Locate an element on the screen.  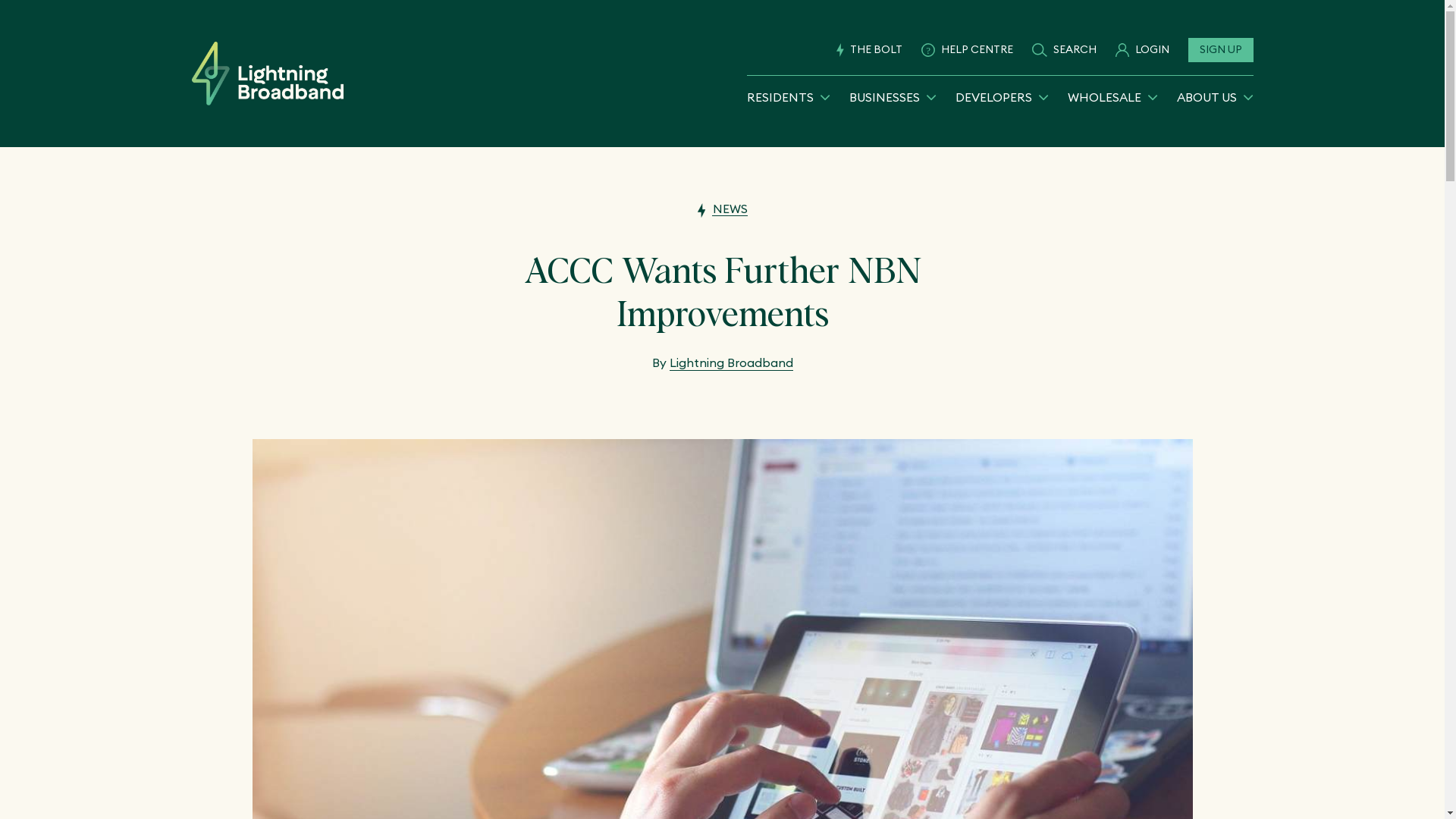
'Lightning Broadband' is located at coordinates (668, 362).